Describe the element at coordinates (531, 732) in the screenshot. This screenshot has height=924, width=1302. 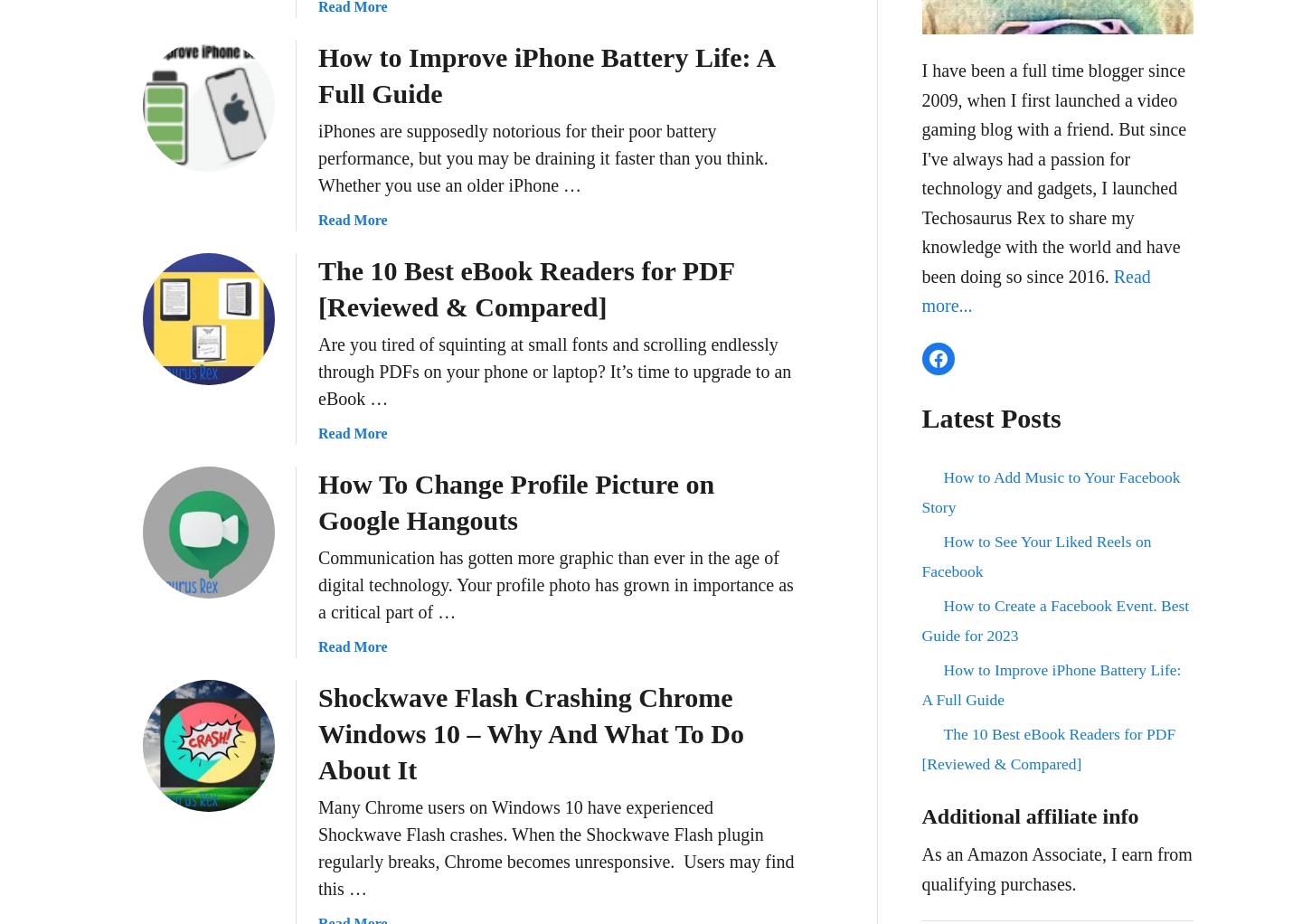
I see `'Shockwave Flash Crashing Chrome Windows 10 – Why And What To Do About It'` at that location.